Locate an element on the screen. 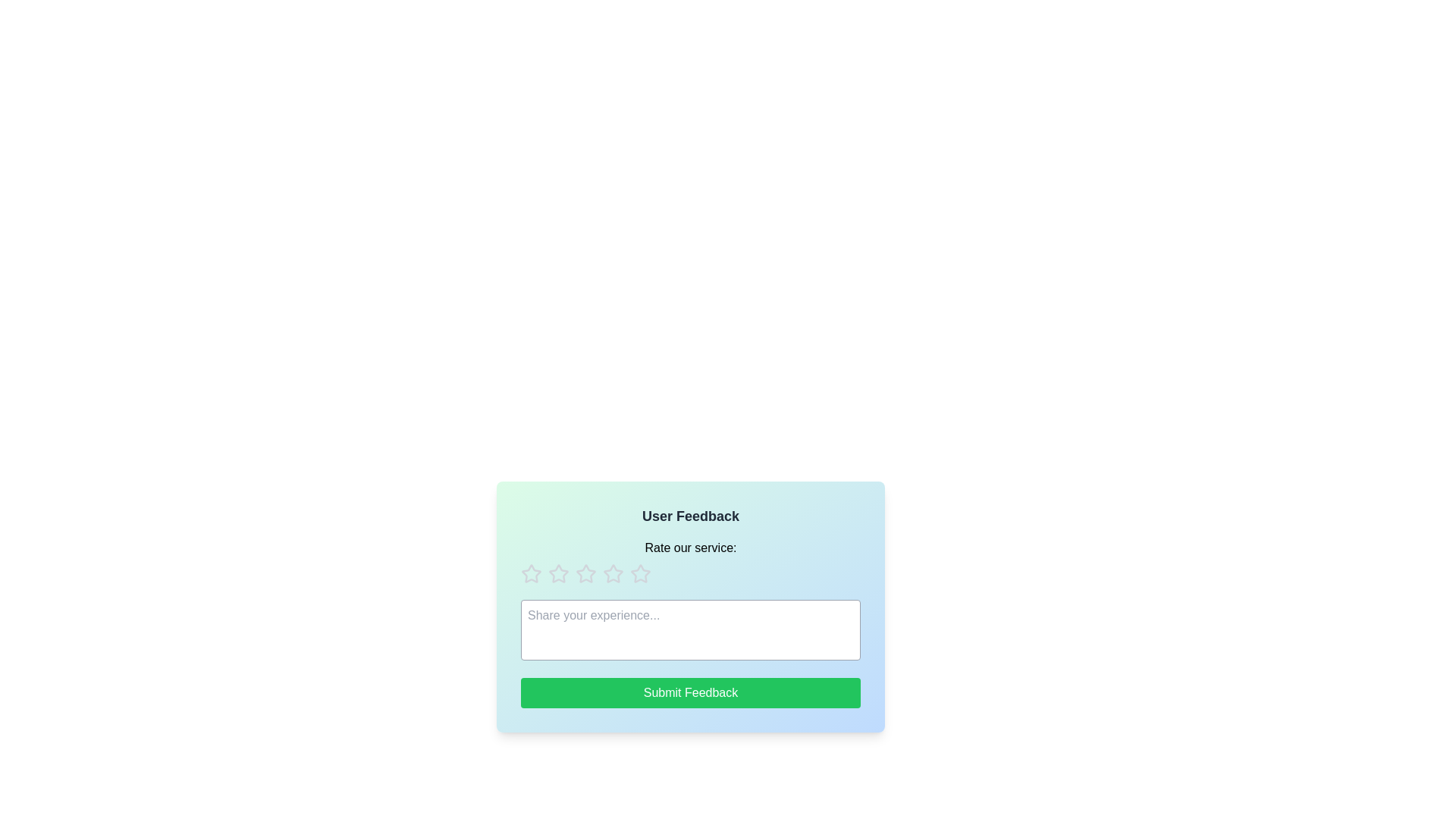 The image size is (1456, 819). the static text label displaying 'Rate our service:' which is located in the 'User Feedback' section, centered above the star icons is located at coordinates (690, 548).